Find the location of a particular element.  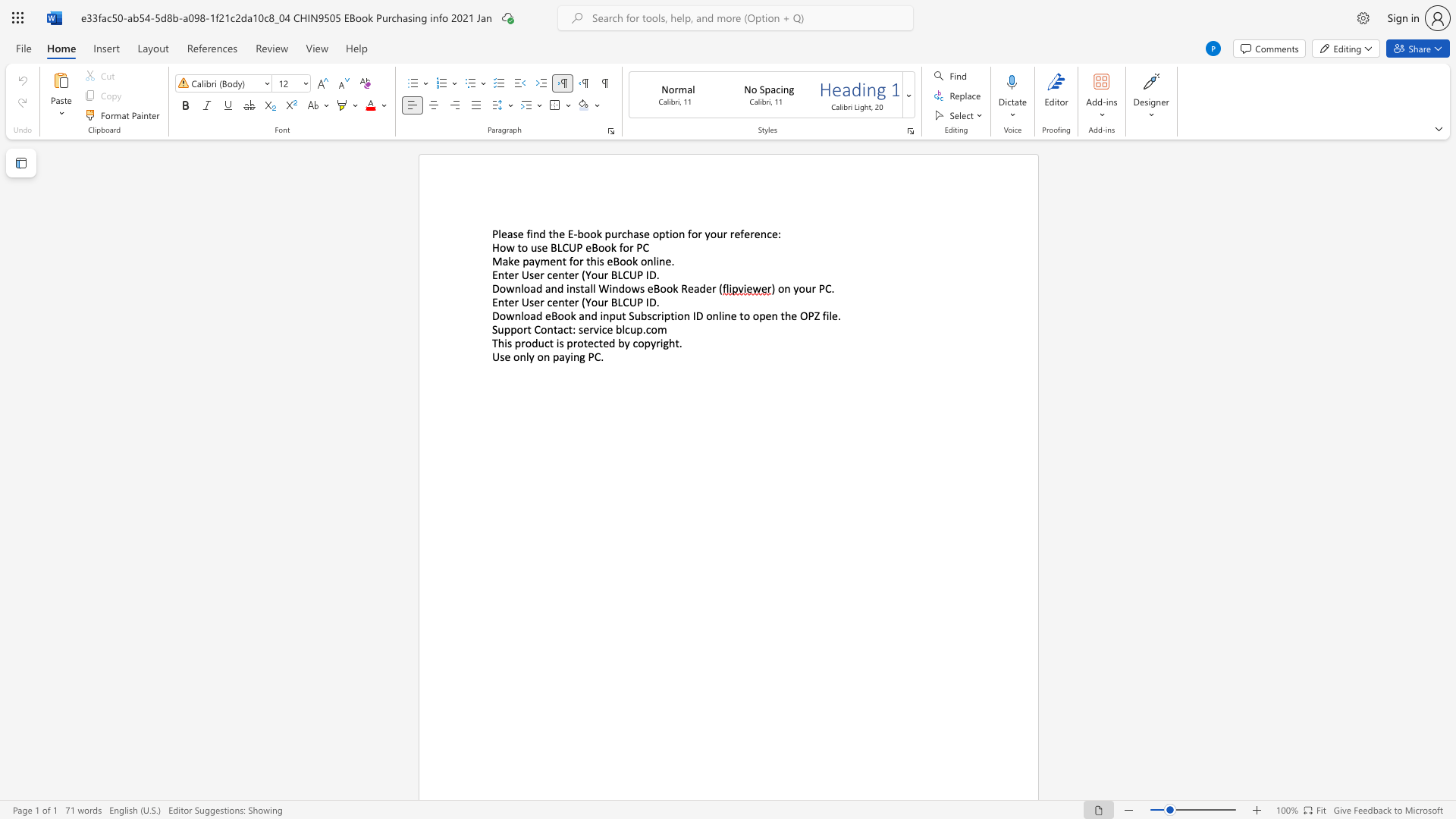

the subset text "cop" within the text "This product is protected by copyright." is located at coordinates (632, 343).